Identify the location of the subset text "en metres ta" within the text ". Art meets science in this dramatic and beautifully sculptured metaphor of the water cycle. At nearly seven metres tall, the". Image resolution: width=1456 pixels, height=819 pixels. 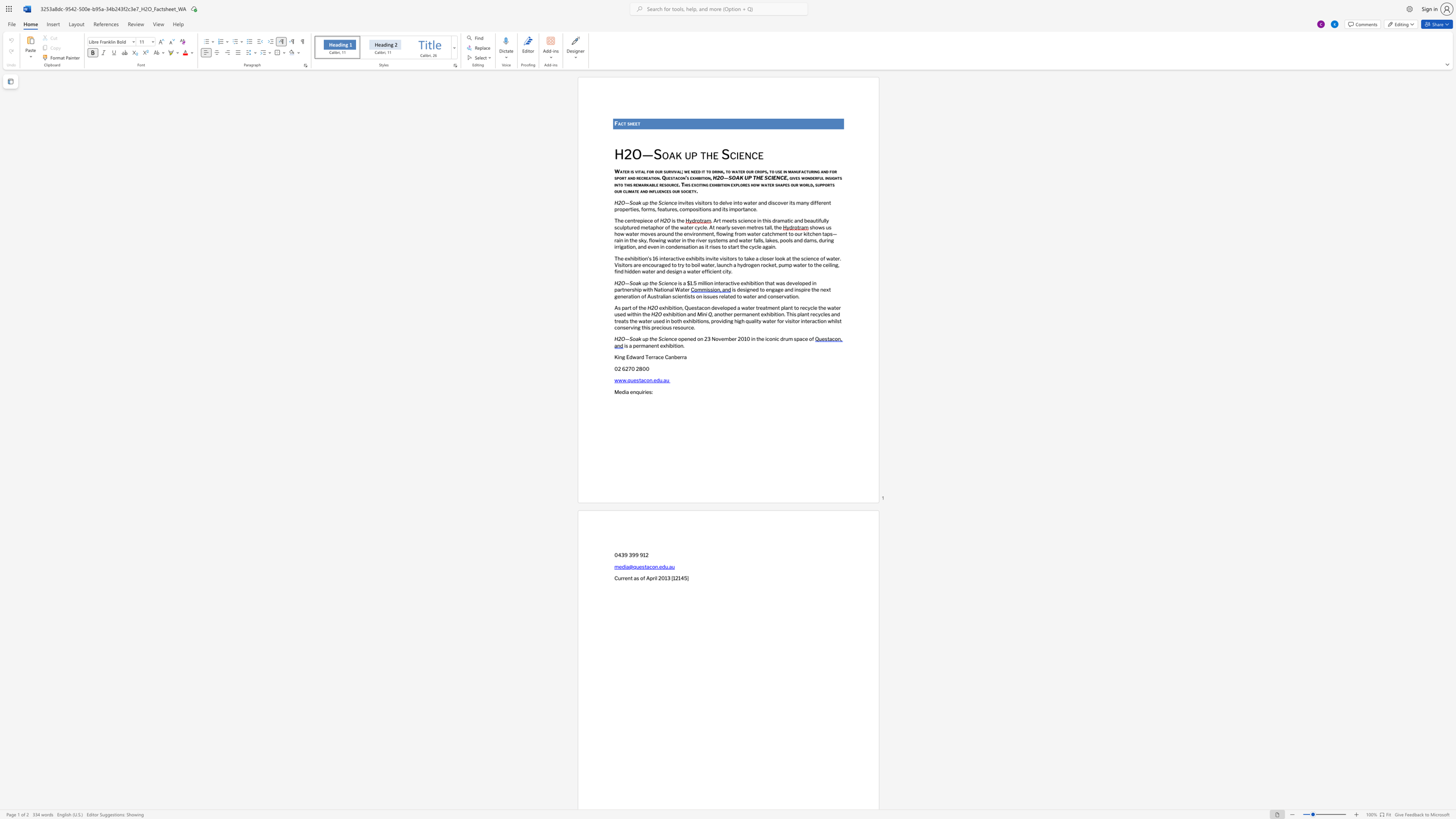
(739, 227).